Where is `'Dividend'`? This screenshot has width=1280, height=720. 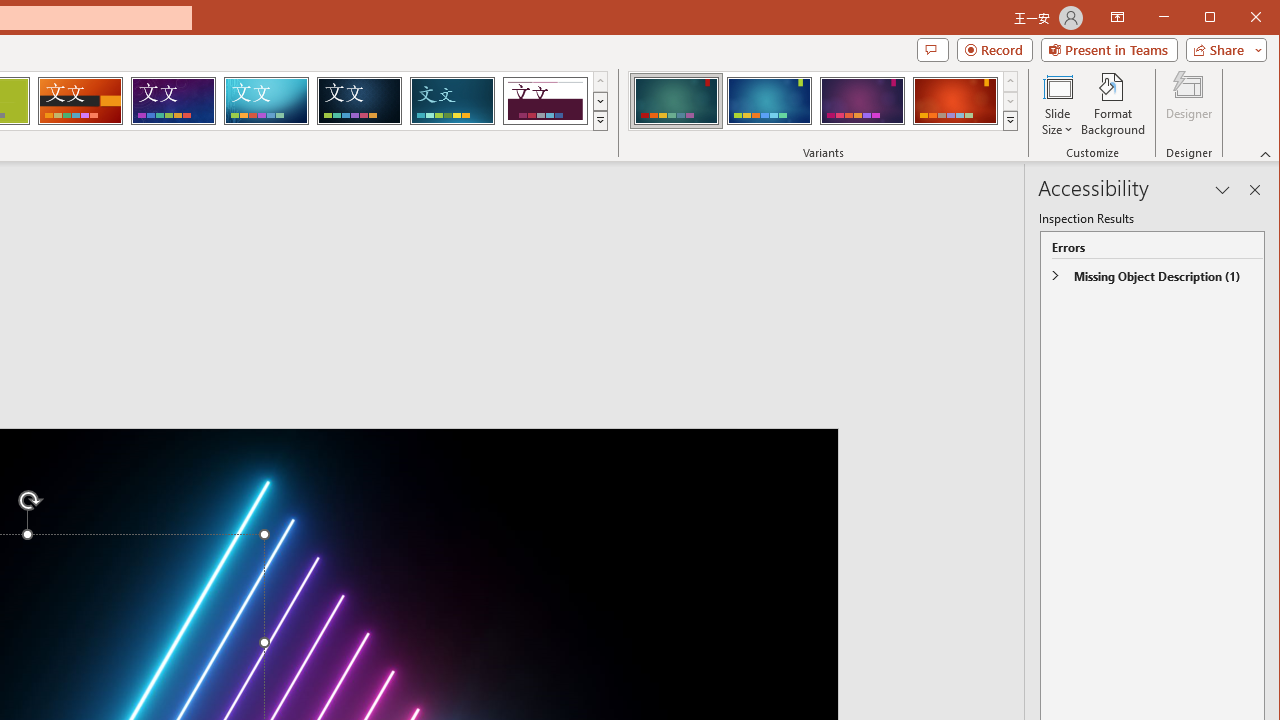
'Dividend' is located at coordinates (545, 100).